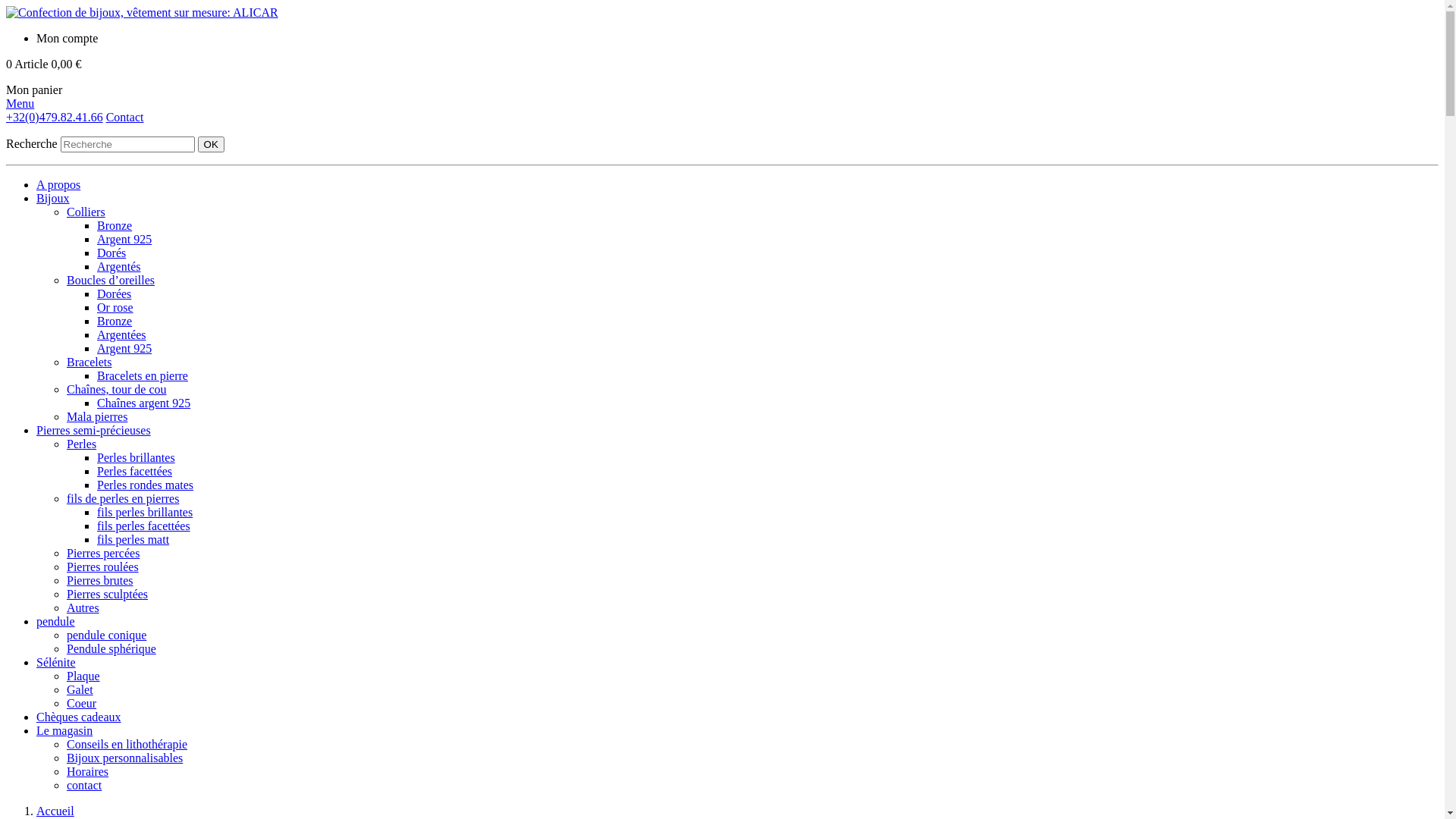 Image resolution: width=1456 pixels, height=819 pixels. I want to click on 'Horaires', so click(86, 771).